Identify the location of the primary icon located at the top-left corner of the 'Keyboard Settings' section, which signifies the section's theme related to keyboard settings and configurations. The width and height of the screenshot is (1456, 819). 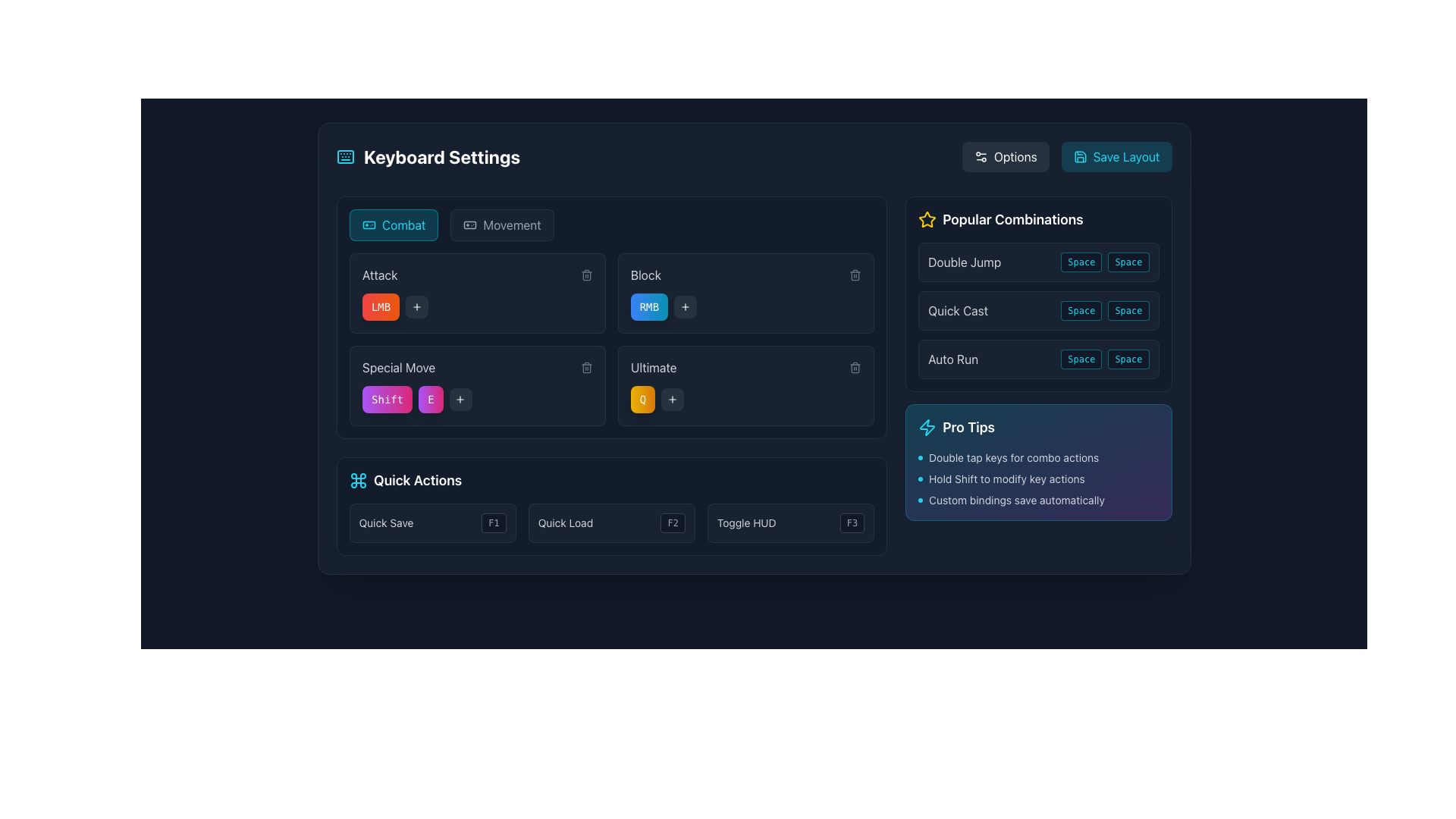
(344, 157).